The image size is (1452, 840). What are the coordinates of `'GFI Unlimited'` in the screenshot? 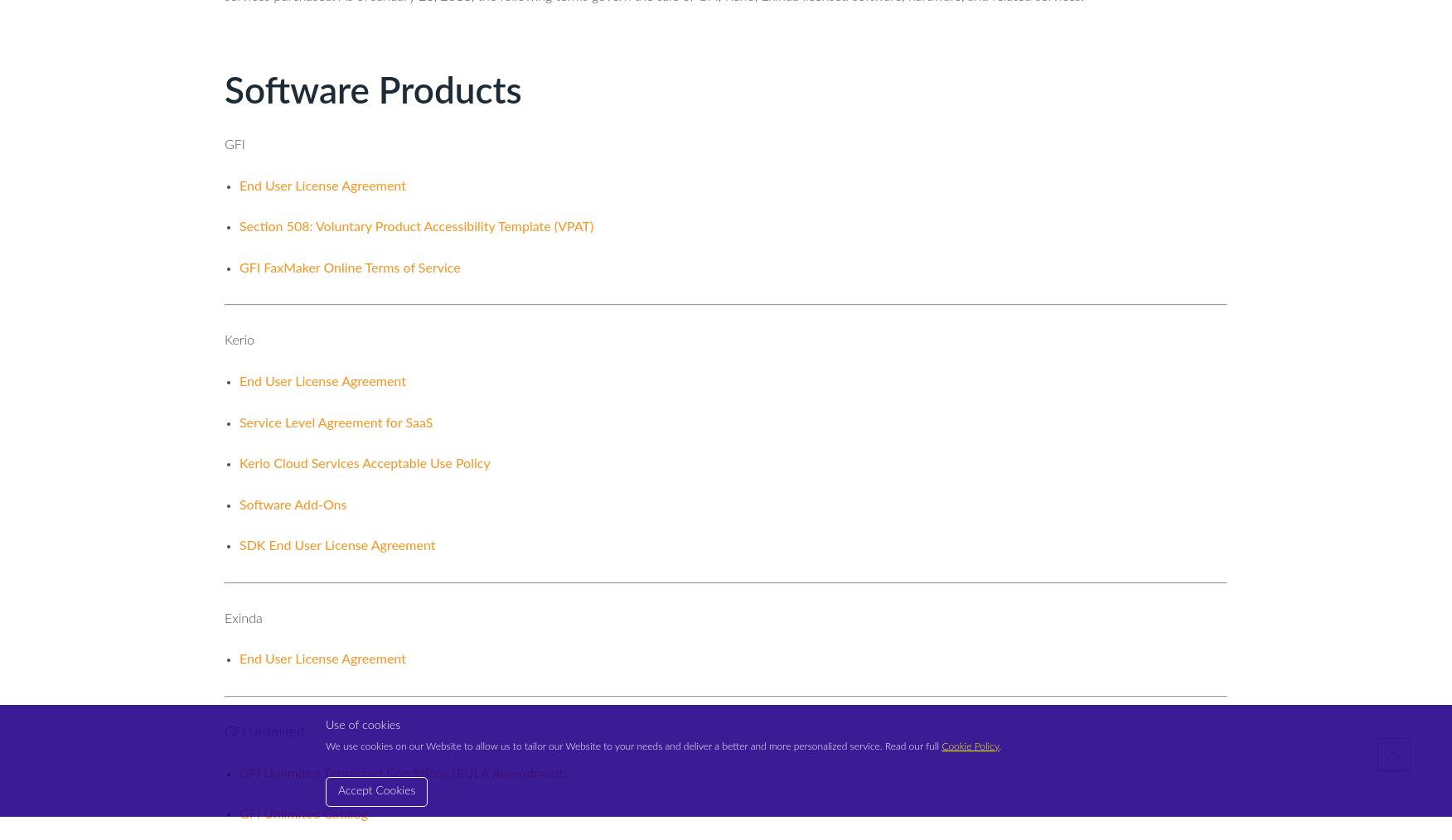 It's located at (264, 731).